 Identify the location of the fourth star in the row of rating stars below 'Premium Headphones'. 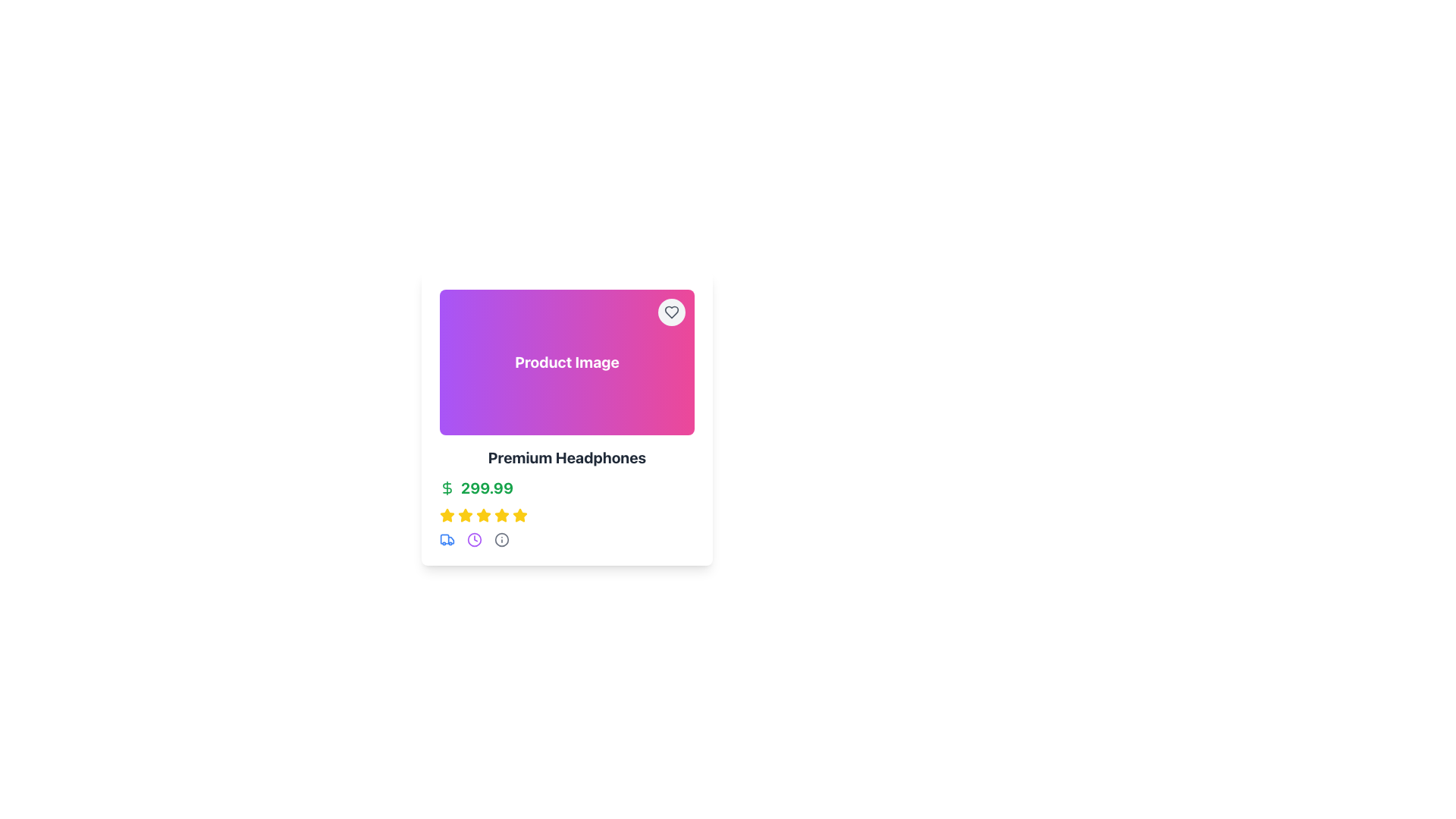
(502, 514).